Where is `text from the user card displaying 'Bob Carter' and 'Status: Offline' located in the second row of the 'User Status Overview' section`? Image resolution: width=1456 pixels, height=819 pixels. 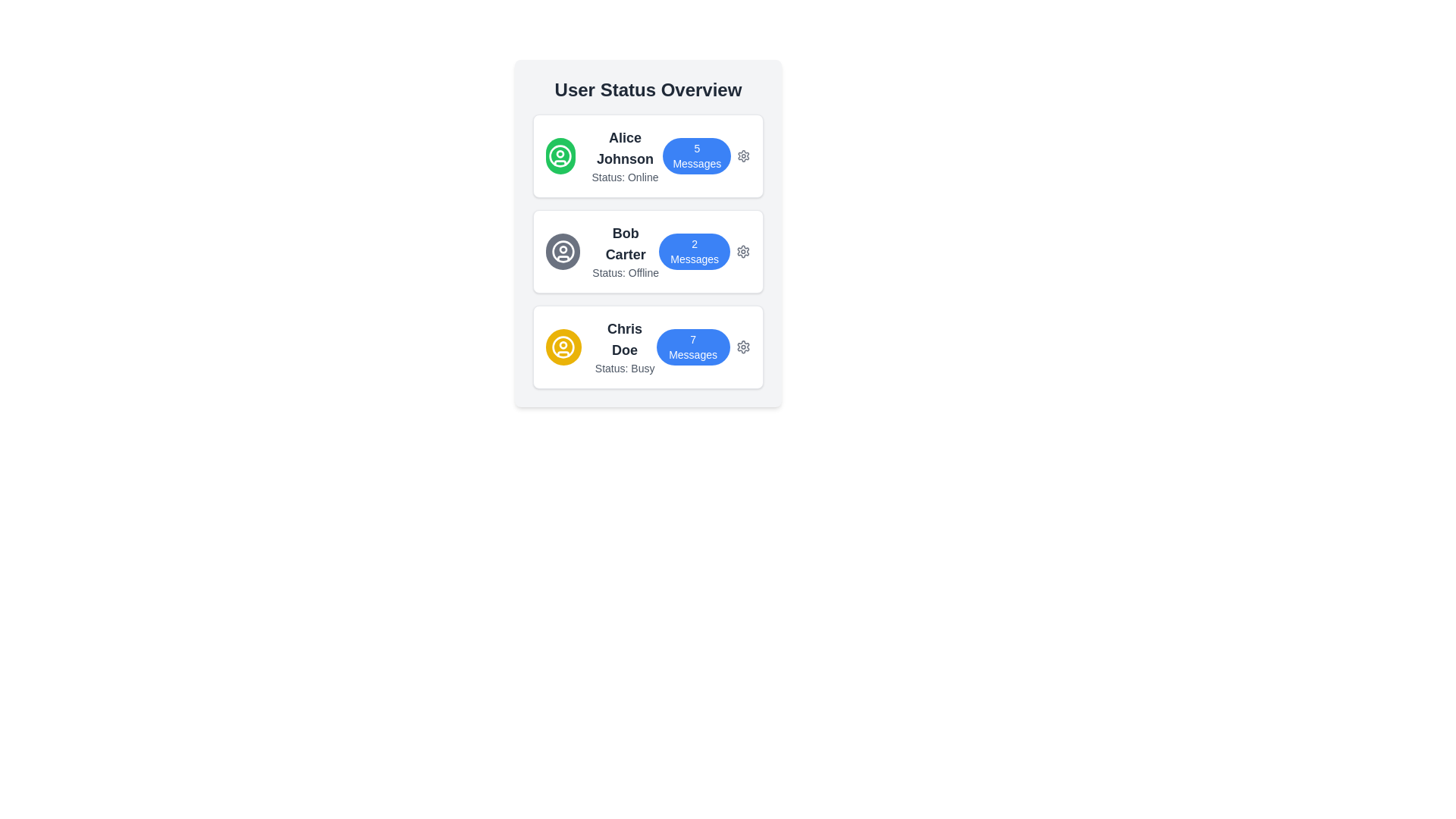 text from the user card displaying 'Bob Carter' and 'Status: Offline' located in the second row of the 'User Status Overview' section is located at coordinates (626, 250).